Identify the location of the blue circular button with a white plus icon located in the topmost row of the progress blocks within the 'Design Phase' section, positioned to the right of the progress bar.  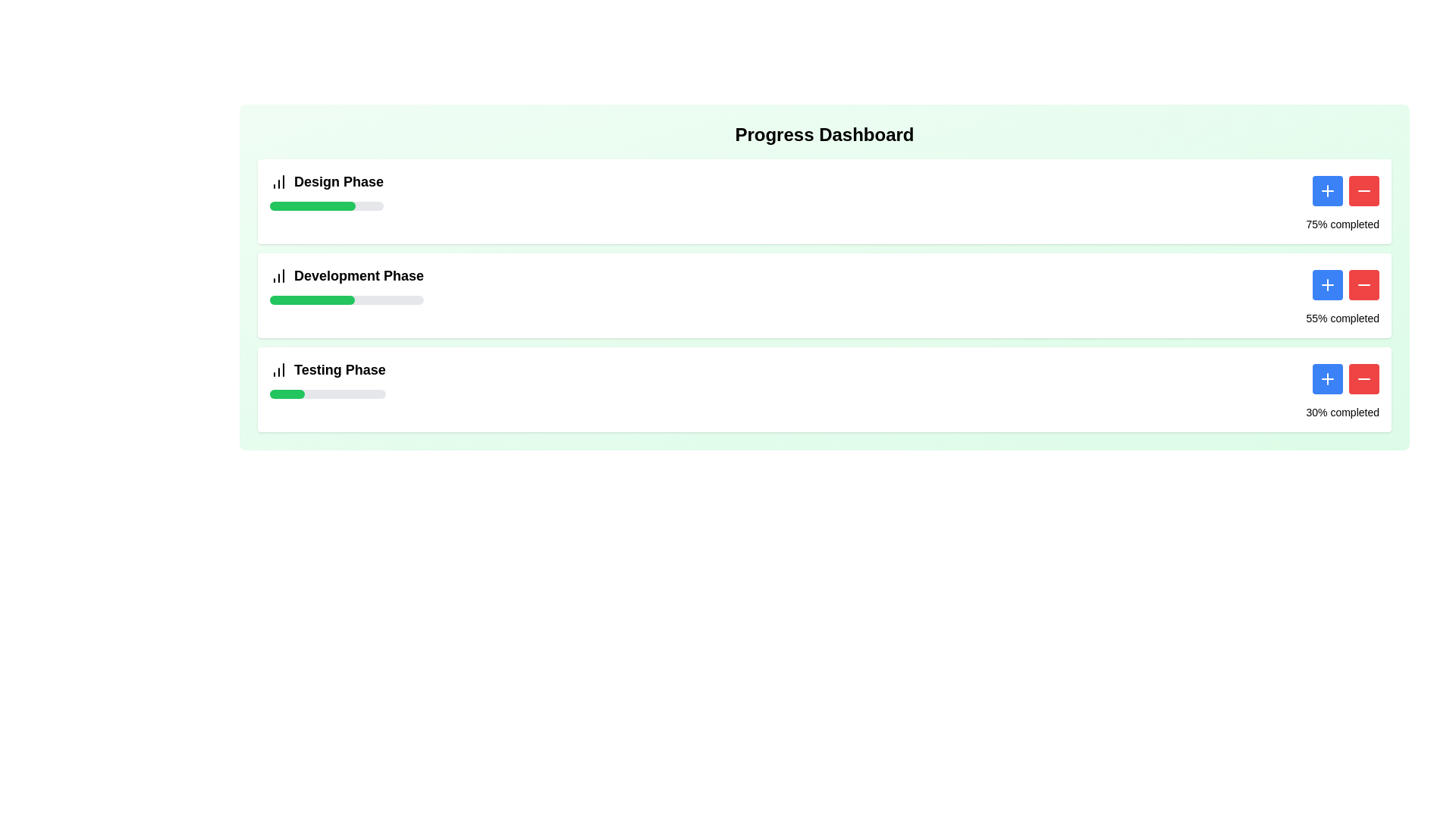
(1327, 190).